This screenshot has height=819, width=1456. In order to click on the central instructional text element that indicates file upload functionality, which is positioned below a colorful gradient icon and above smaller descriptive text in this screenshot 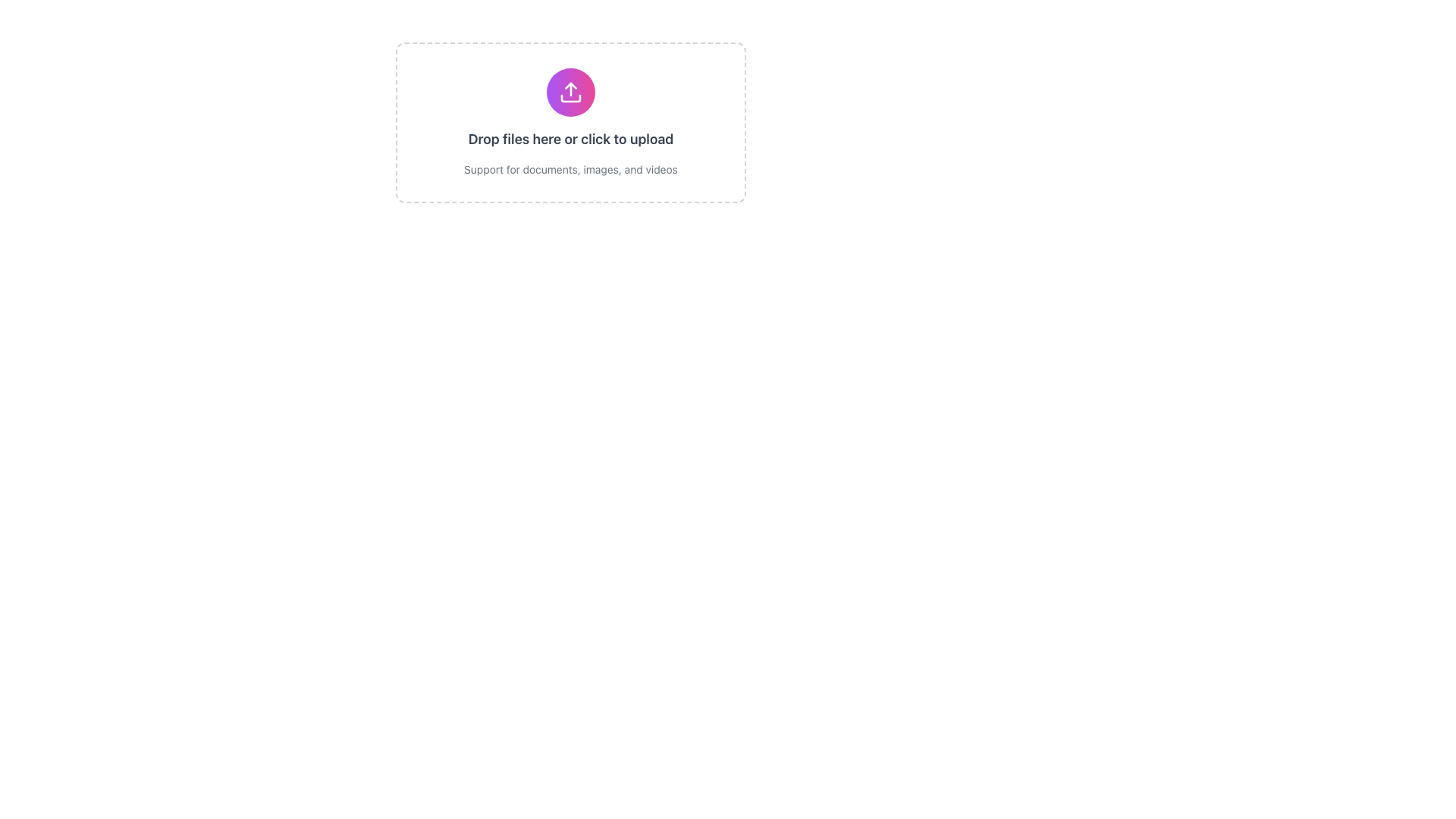, I will do `click(570, 140)`.